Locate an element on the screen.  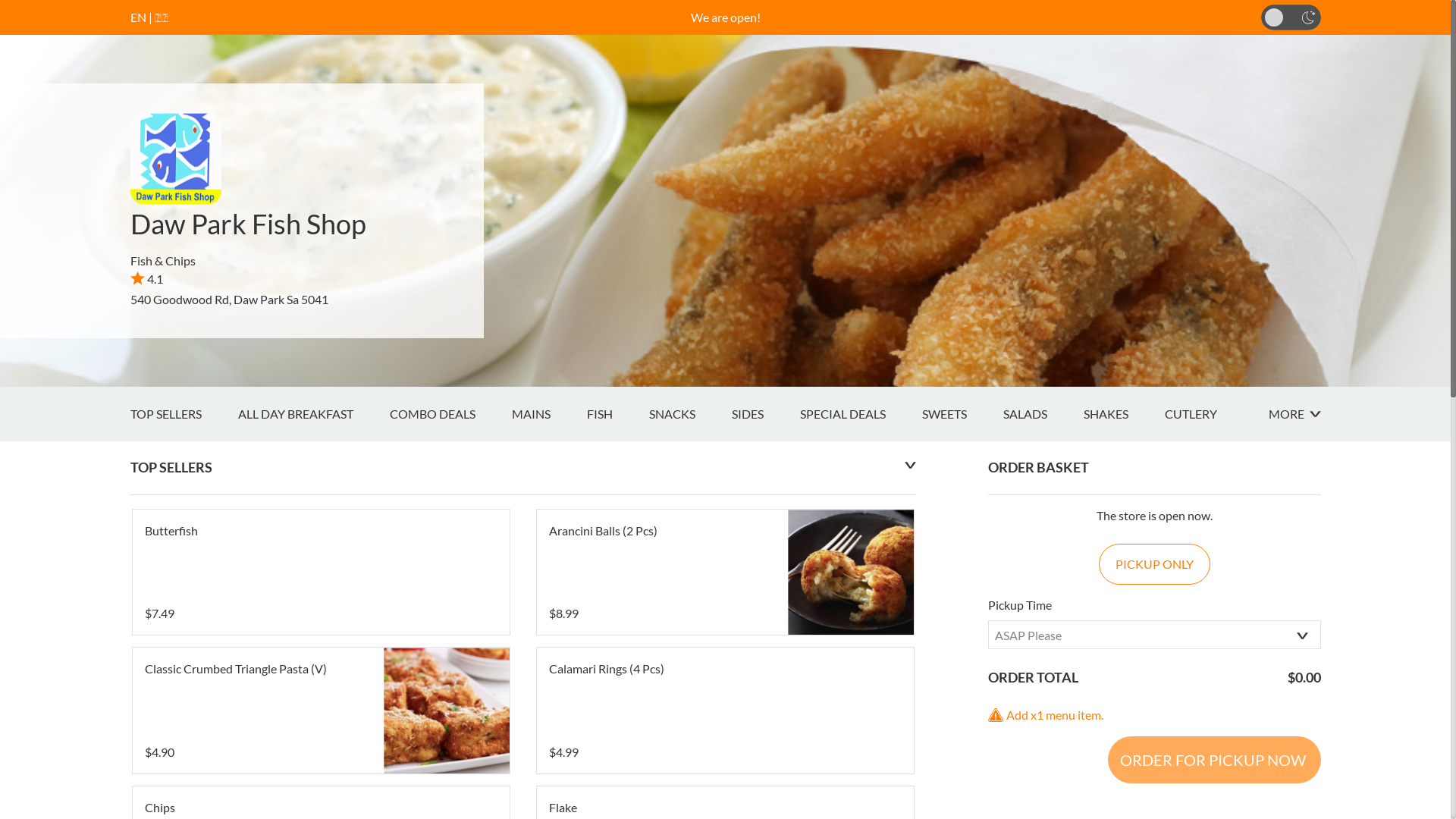
'PICKUP ONLY' is located at coordinates (1153, 564).